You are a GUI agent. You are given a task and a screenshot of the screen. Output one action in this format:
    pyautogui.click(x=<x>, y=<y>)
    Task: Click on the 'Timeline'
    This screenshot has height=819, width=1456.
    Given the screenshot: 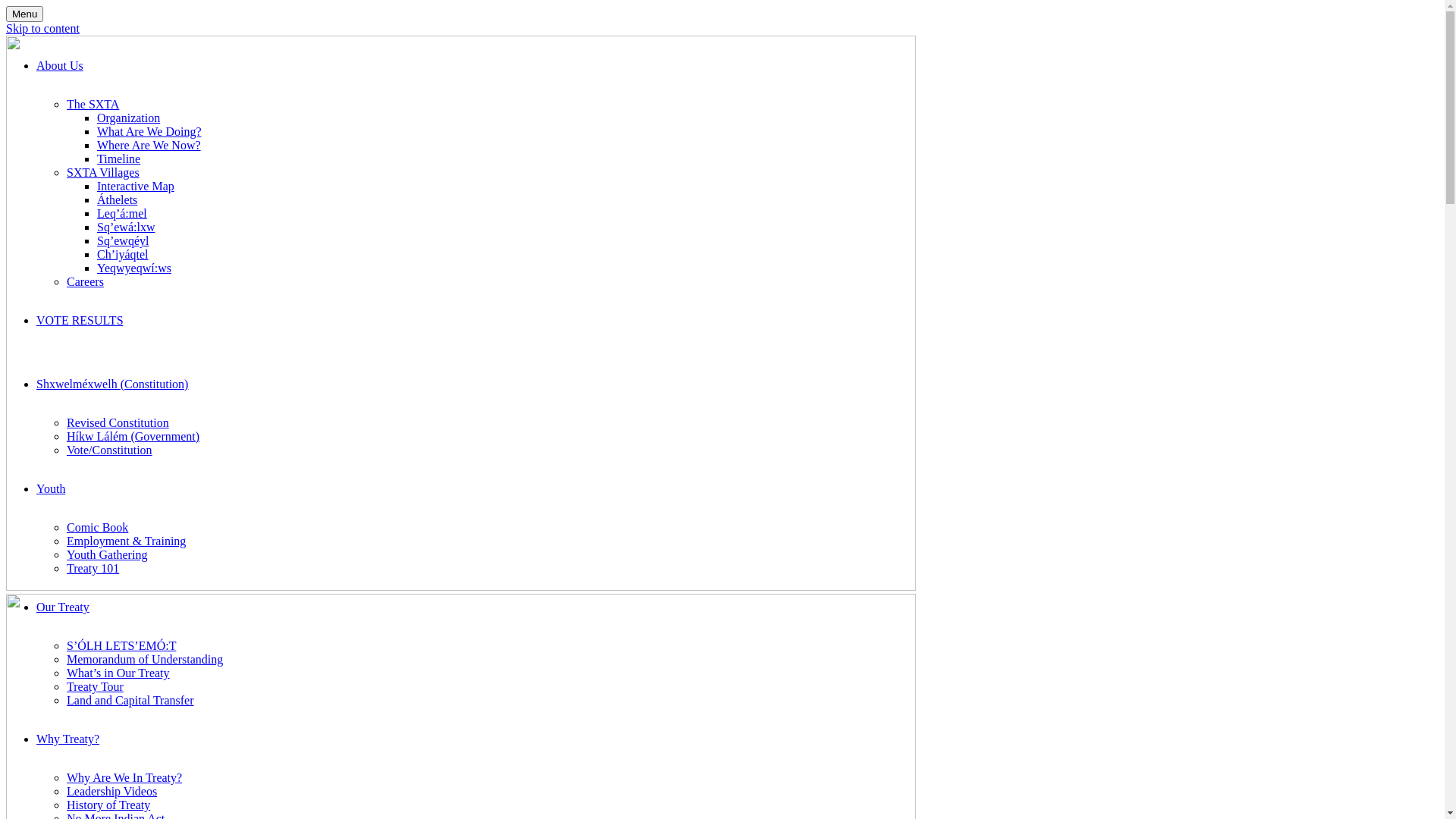 What is the action you would take?
    pyautogui.click(x=96, y=158)
    